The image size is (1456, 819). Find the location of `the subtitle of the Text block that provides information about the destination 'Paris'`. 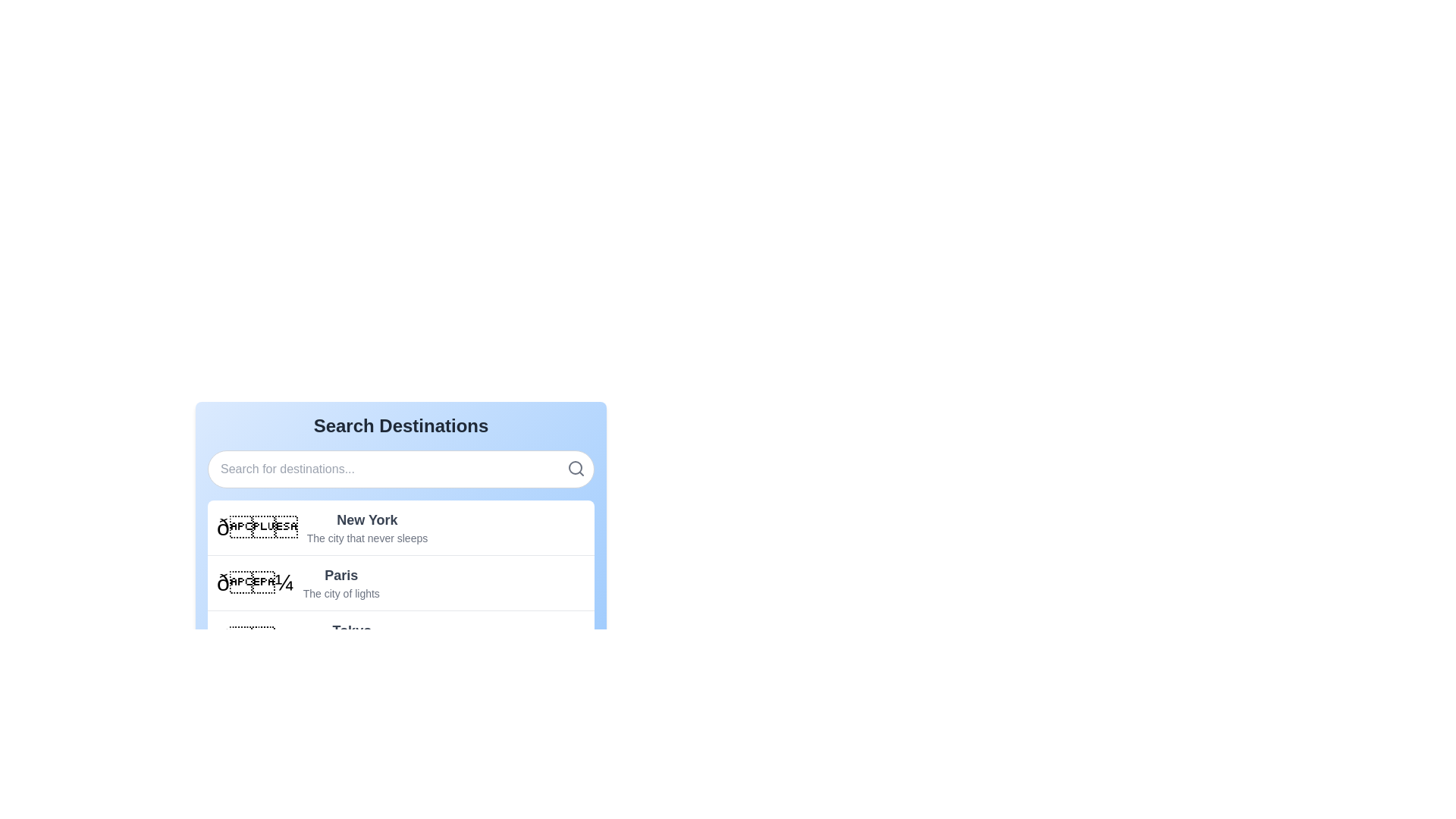

the subtitle of the Text block that provides information about the destination 'Paris' is located at coordinates (340, 582).